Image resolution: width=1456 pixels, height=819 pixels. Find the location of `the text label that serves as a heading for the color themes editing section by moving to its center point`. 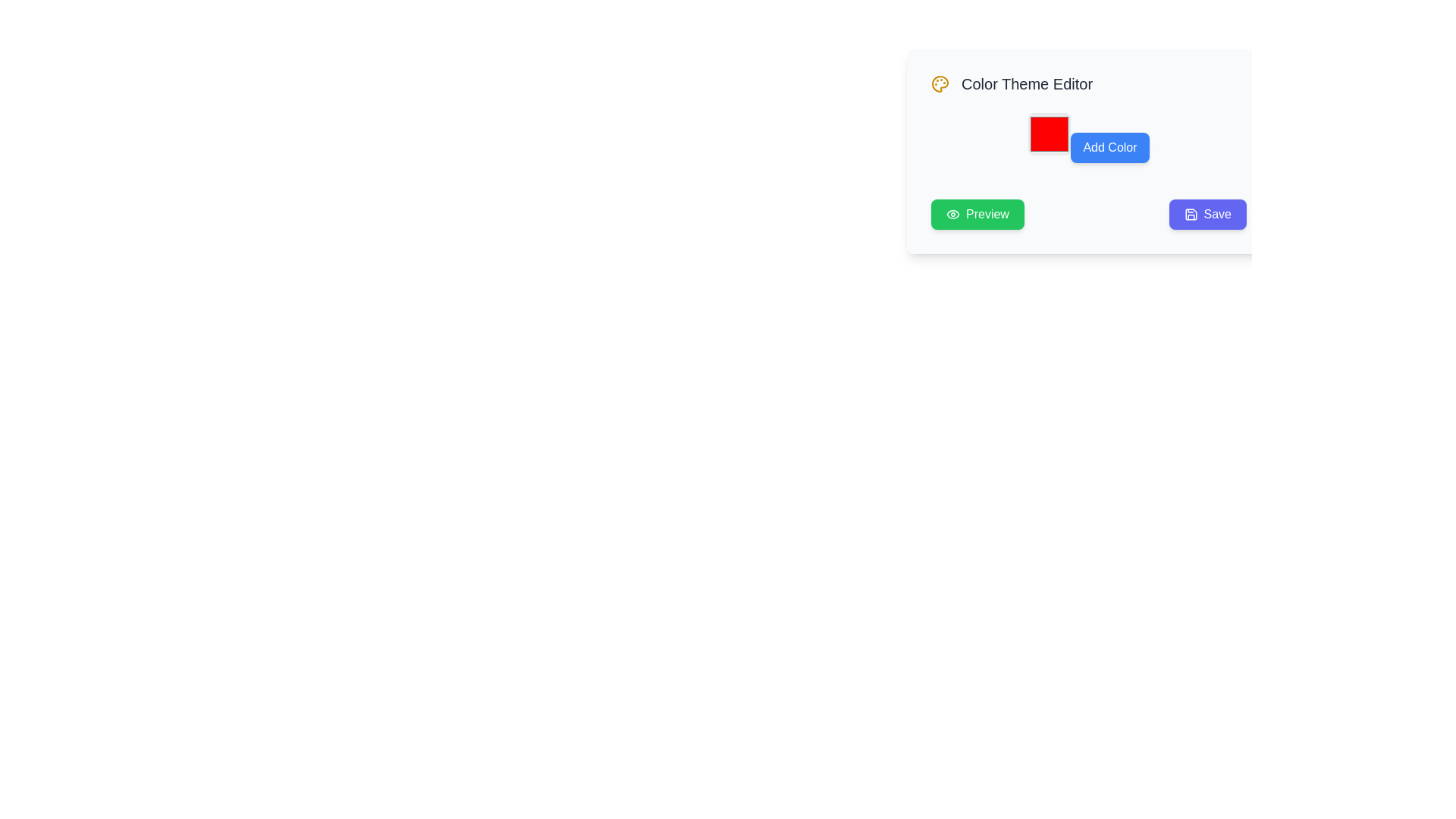

the text label that serves as a heading for the color themes editing section by moving to its center point is located at coordinates (1027, 84).